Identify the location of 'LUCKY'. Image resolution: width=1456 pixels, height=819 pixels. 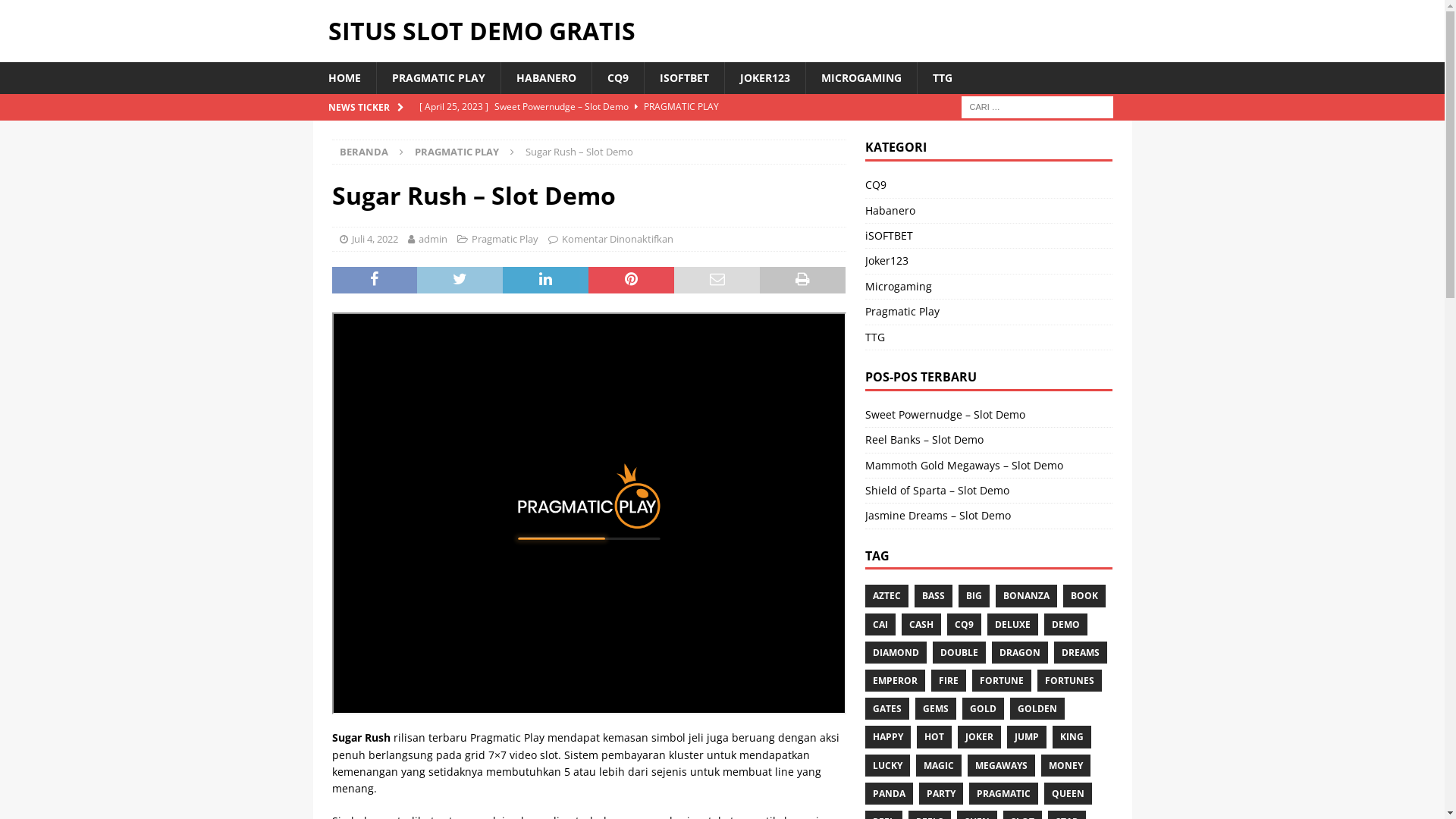
(865, 765).